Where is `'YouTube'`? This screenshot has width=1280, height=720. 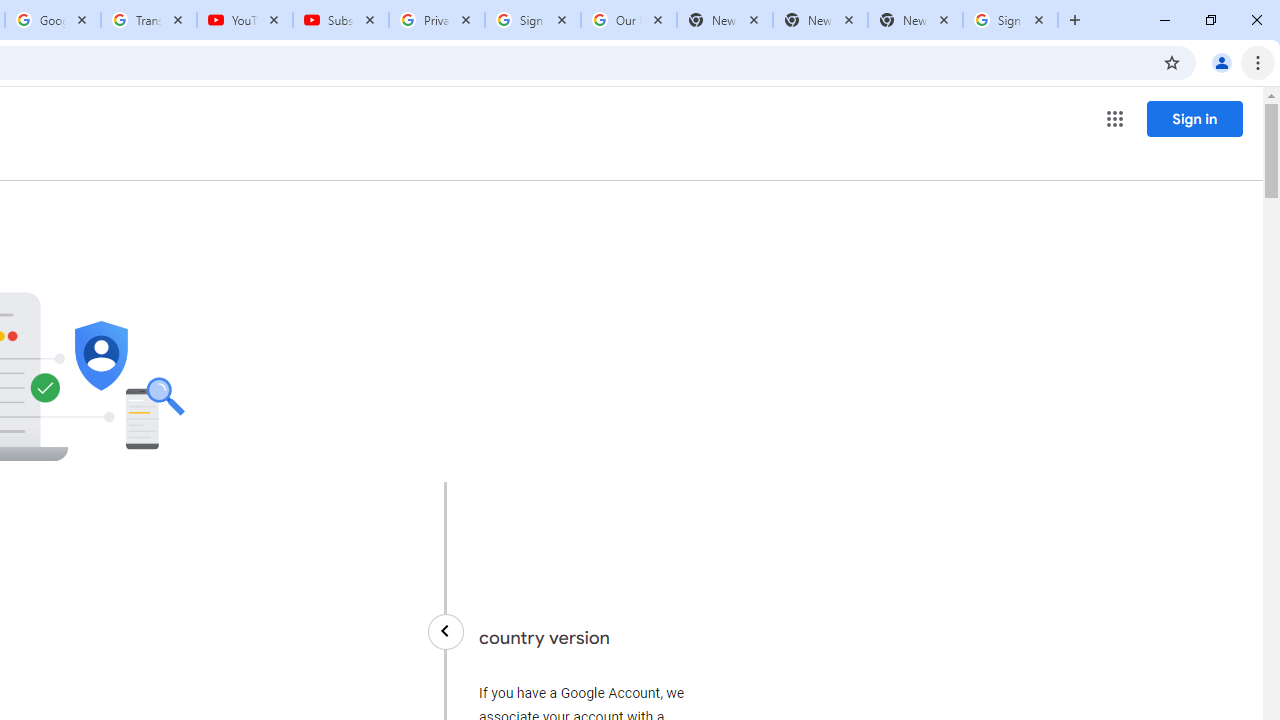
'YouTube' is located at coordinates (244, 20).